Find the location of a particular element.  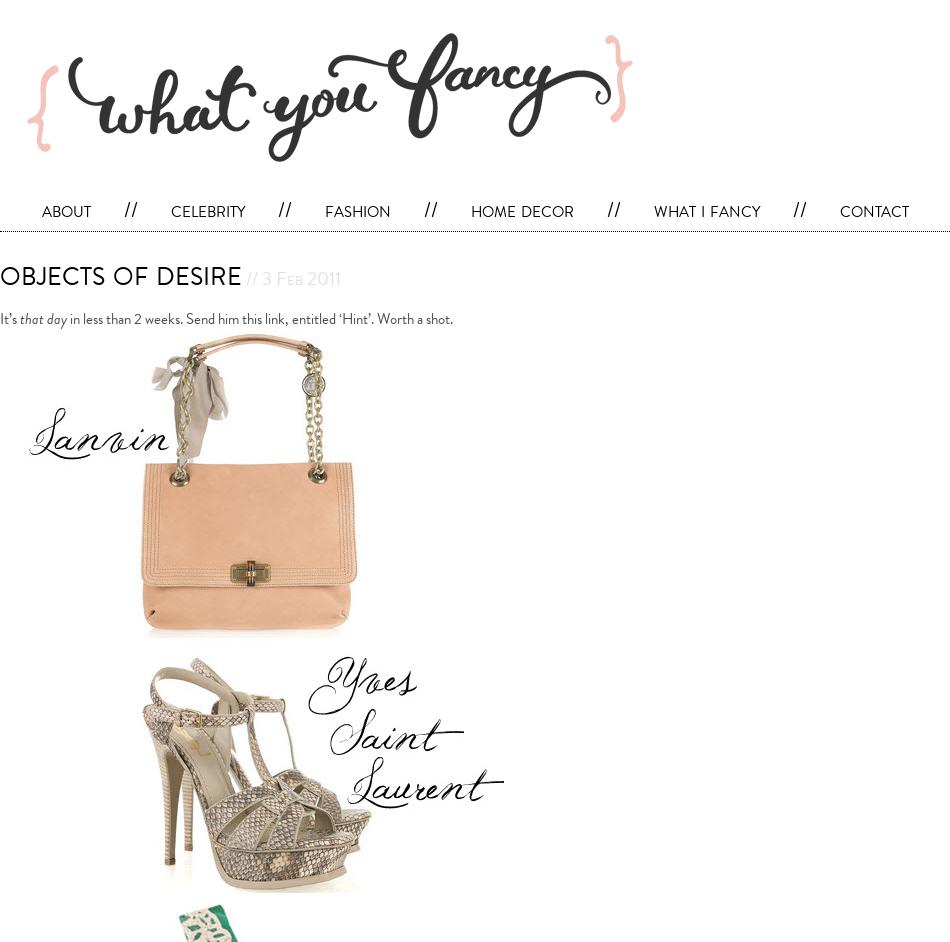

'celebrity' is located at coordinates (207, 209).